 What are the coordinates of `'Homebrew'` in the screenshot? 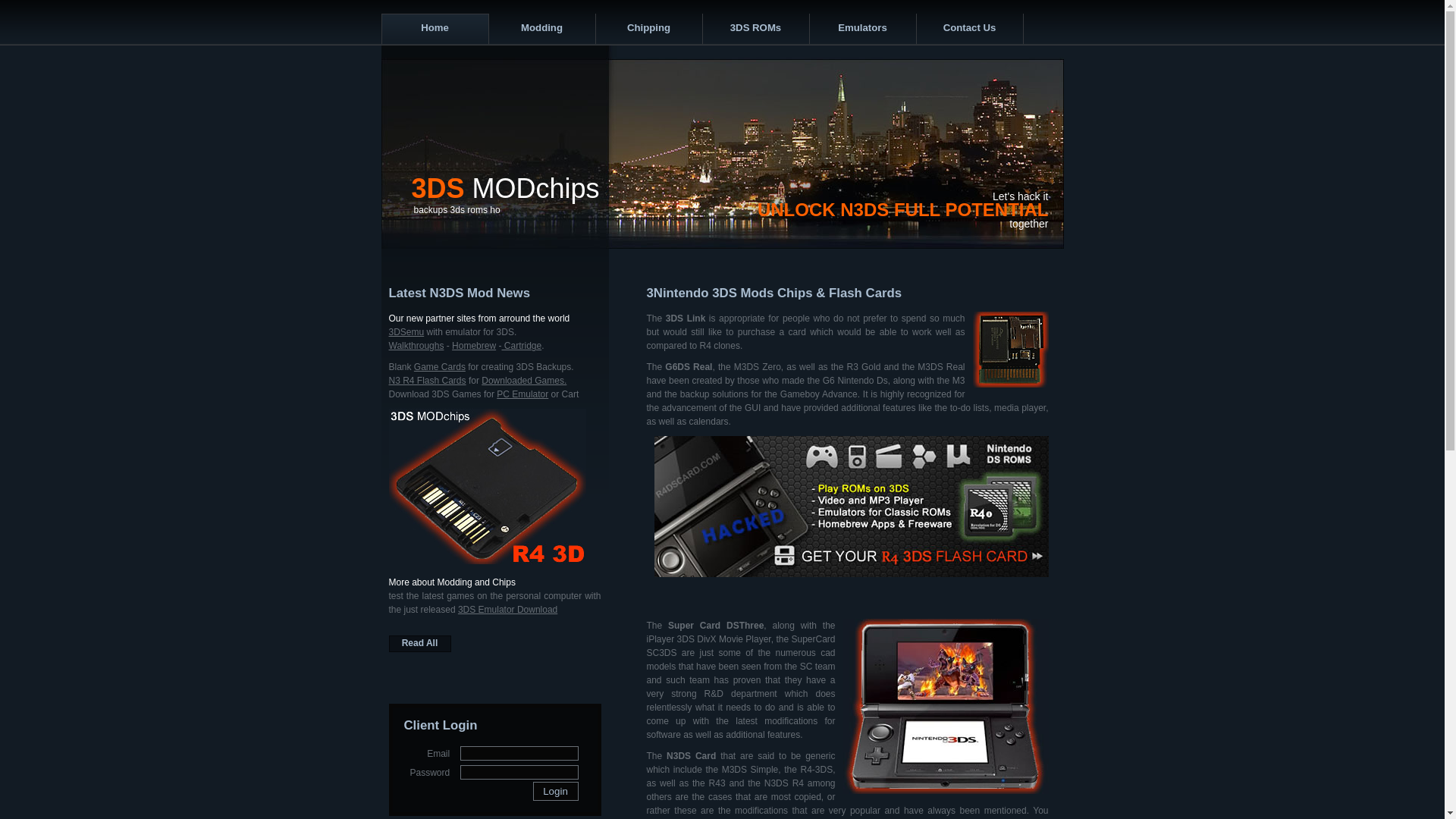 It's located at (472, 345).